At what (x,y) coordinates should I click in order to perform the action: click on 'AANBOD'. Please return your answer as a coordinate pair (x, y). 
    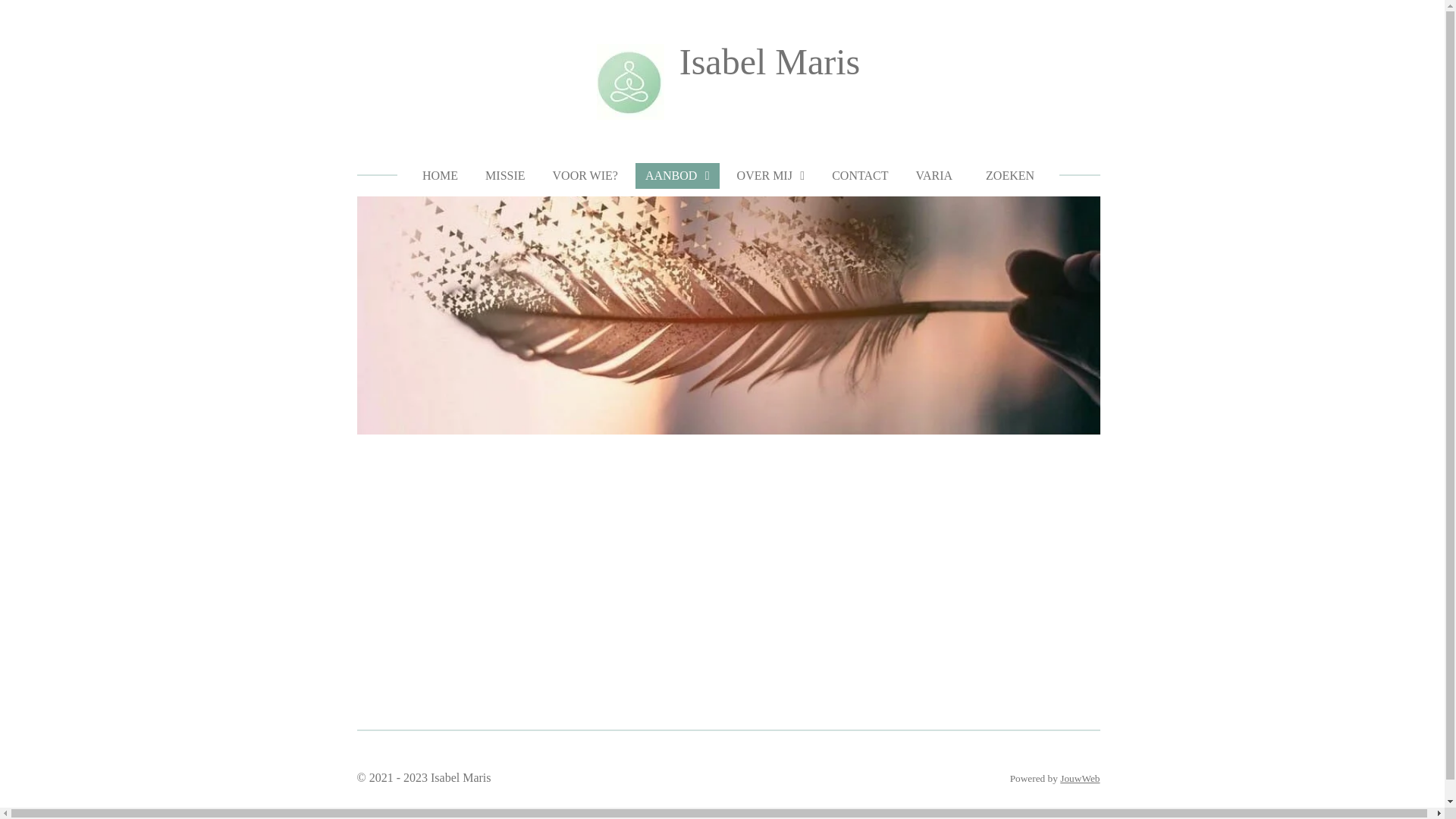
    Looking at the image, I should click on (676, 174).